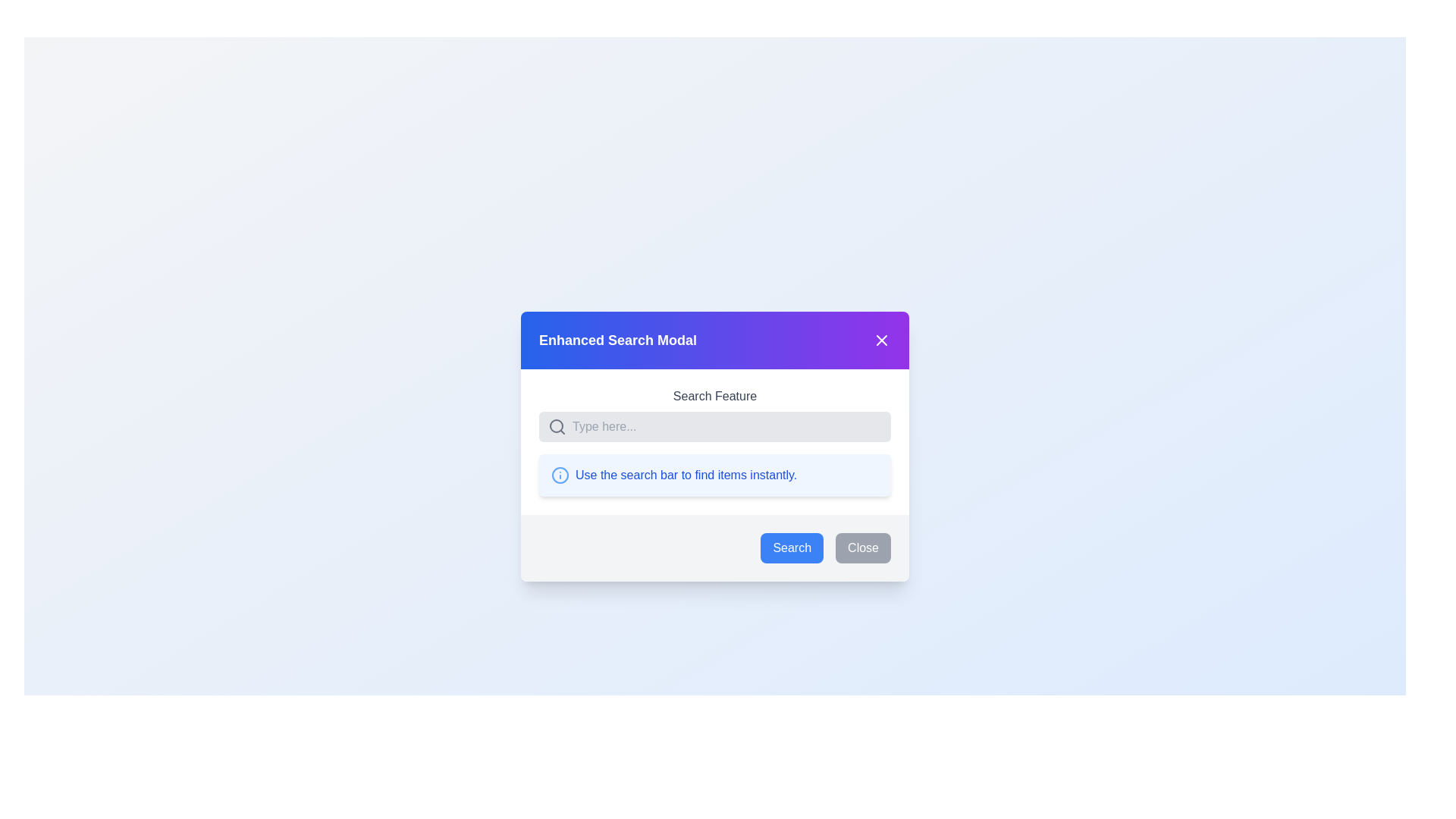 This screenshot has height=819, width=1456. I want to click on the 'Search Feature' text label, which is displayed in dark gray color and located at the top portion of the card titled 'Enhanced Search Modal', so click(714, 396).